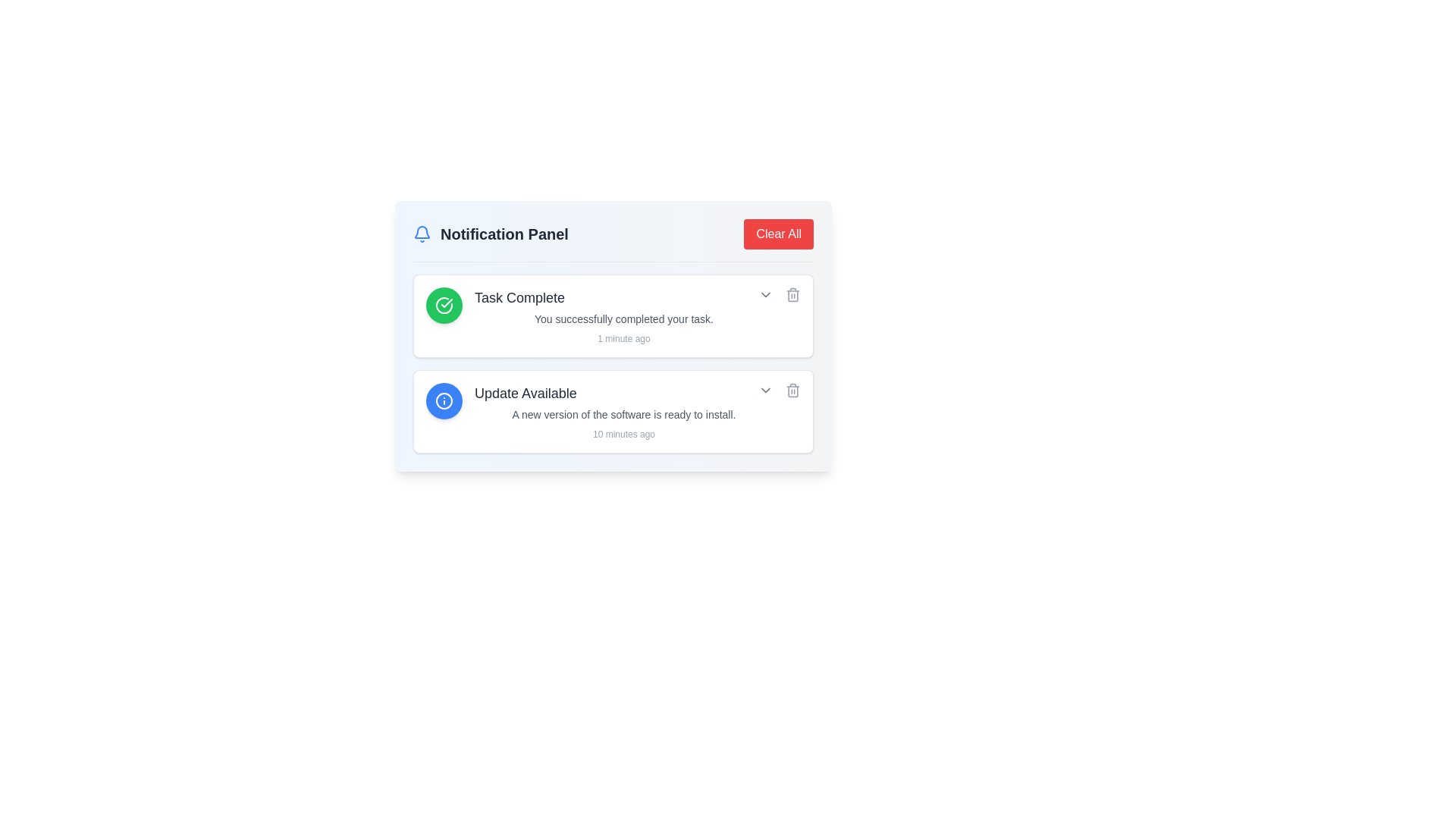  I want to click on the informational text element located below the 'Update Available' header and above the timestamp '10 minutes ago', so click(623, 415).